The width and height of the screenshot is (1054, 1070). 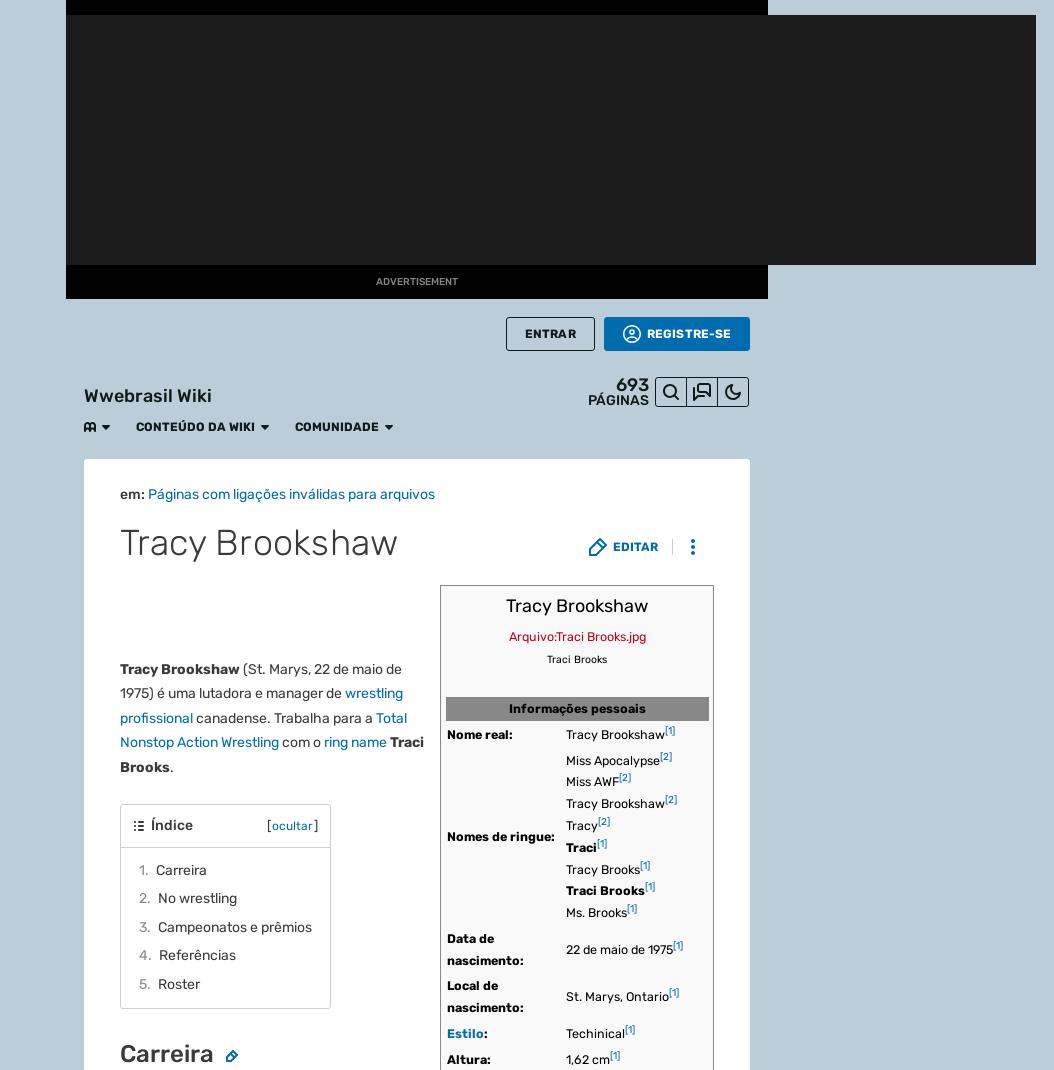 What do you see at coordinates (529, 201) in the screenshot?
I see `'The British Invasion'` at bounding box center [529, 201].